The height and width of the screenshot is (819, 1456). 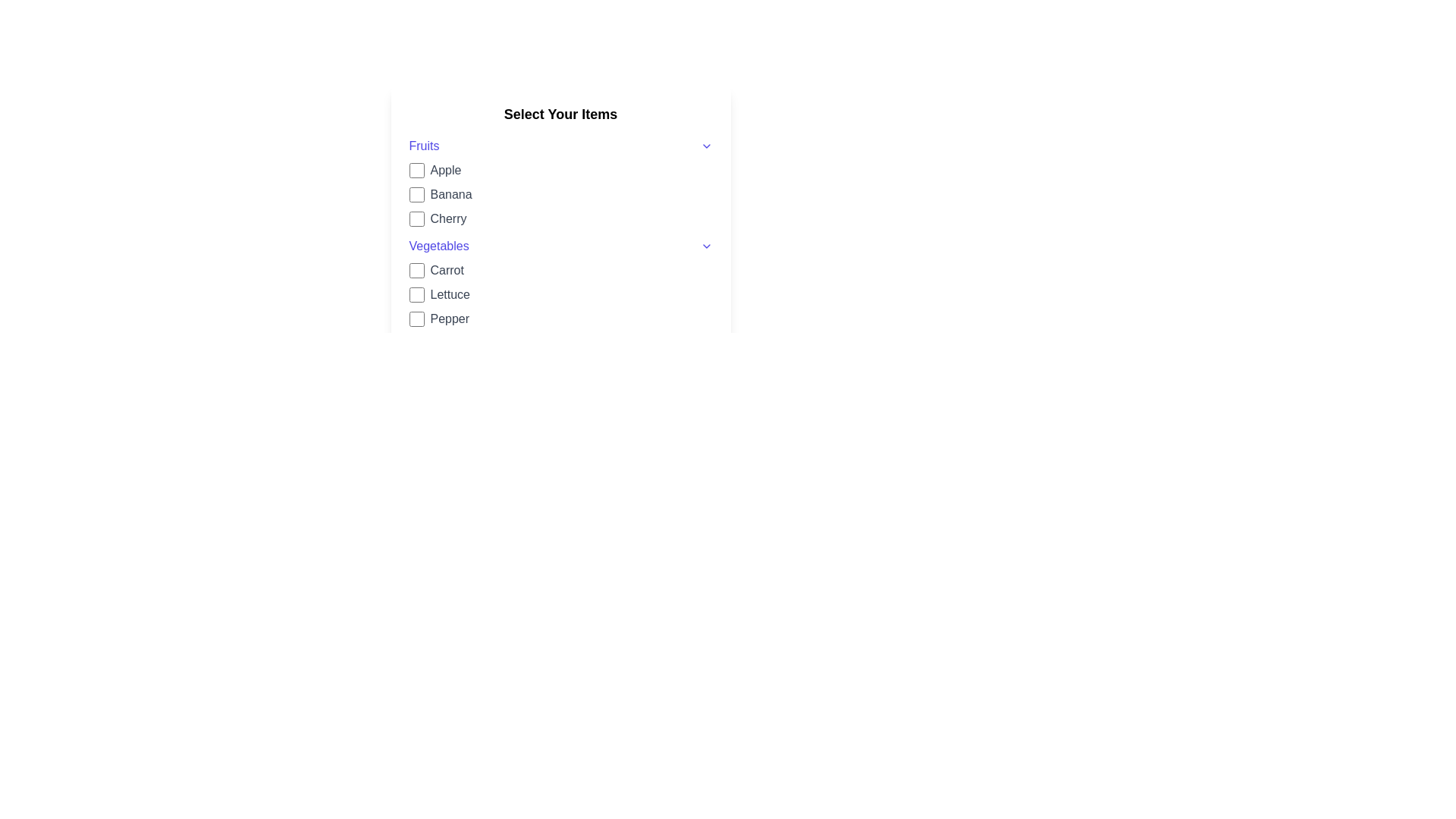 What do you see at coordinates (416, 270) in the screenshot?
I see `the first checkbox under the 'Vegetables' category` at bounding box center [416, 270].